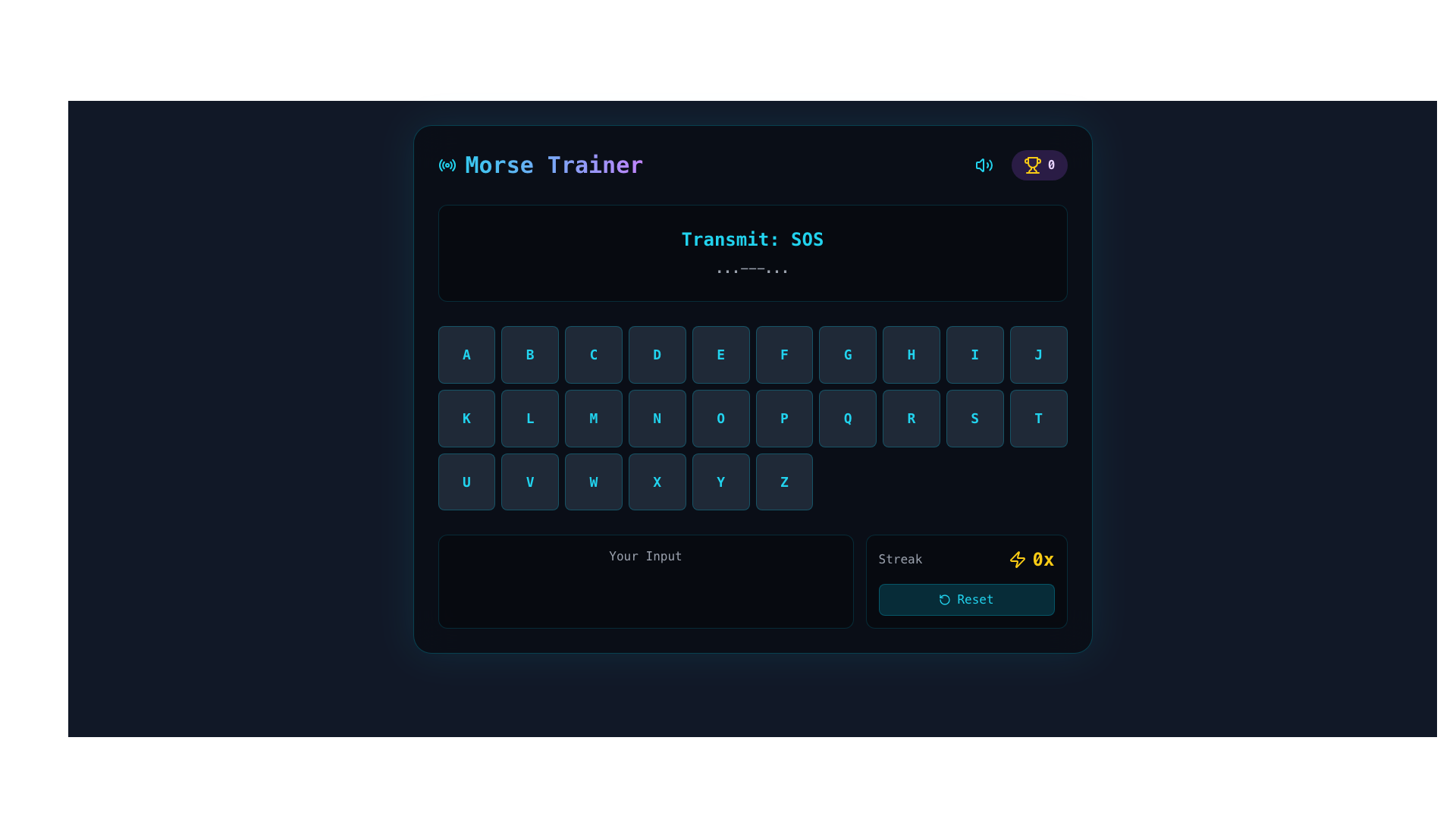 Image resolution: width=1456 pixels, height=819 pixels. What do you see at coordinates (752, 268) in the screenshot?
I see `the light gray text label displaying the Morse code sequence '...---...' that is positioned beneath the bold 'Transmit: SOS' label` at bounding box center [752, 268].